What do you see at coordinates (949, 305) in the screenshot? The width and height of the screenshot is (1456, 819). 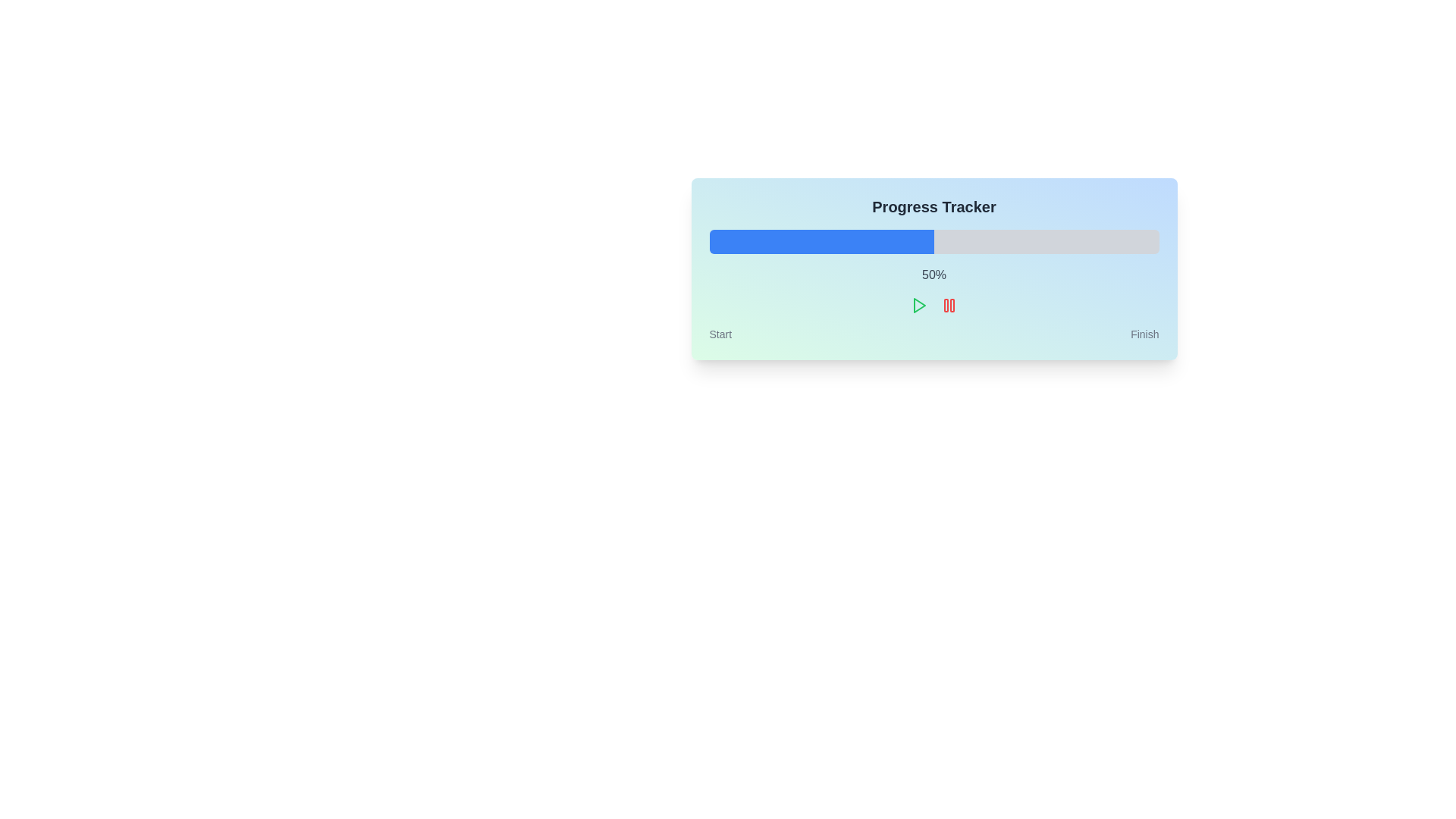 I see `the pause button located as the second icon from the left in a sequence of three icons below the progress bar to halt the ongoing process` at bounding box center [949, 305].